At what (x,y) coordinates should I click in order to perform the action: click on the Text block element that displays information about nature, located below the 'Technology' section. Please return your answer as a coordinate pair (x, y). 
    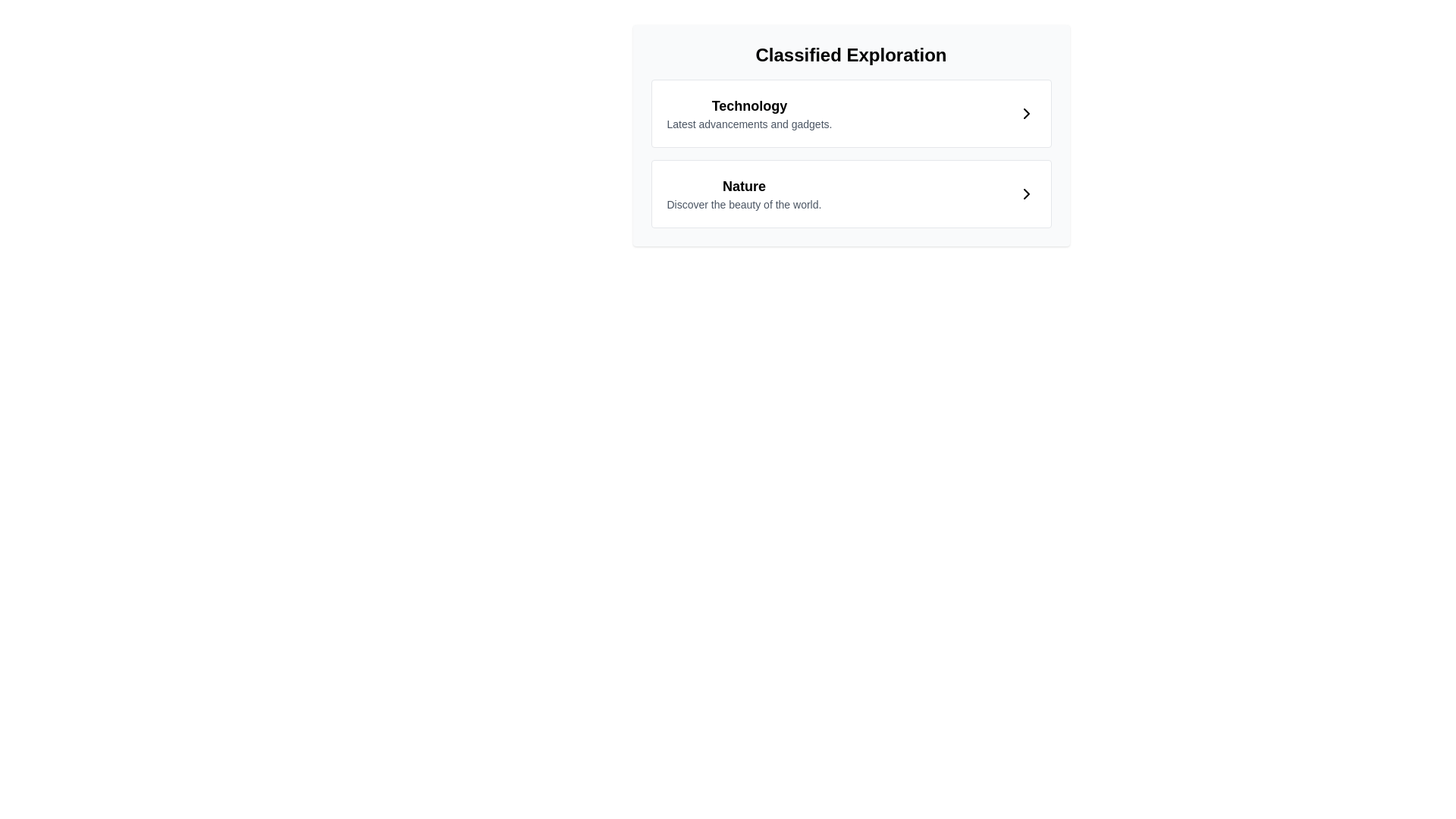
    Looking at the image, I should click on (744, 193).